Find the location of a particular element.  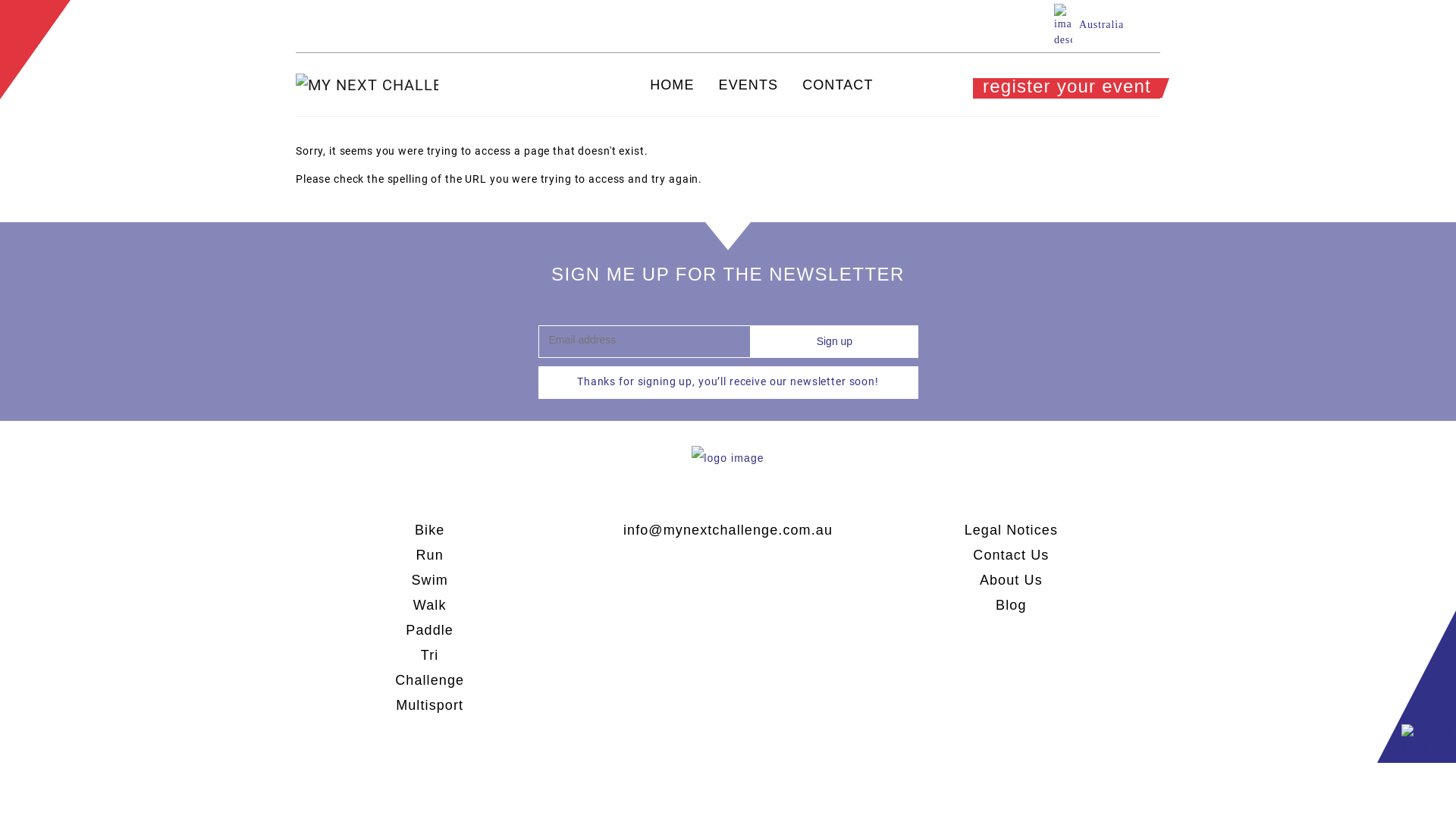

'Australia' is located at coordinates (1087, 24).